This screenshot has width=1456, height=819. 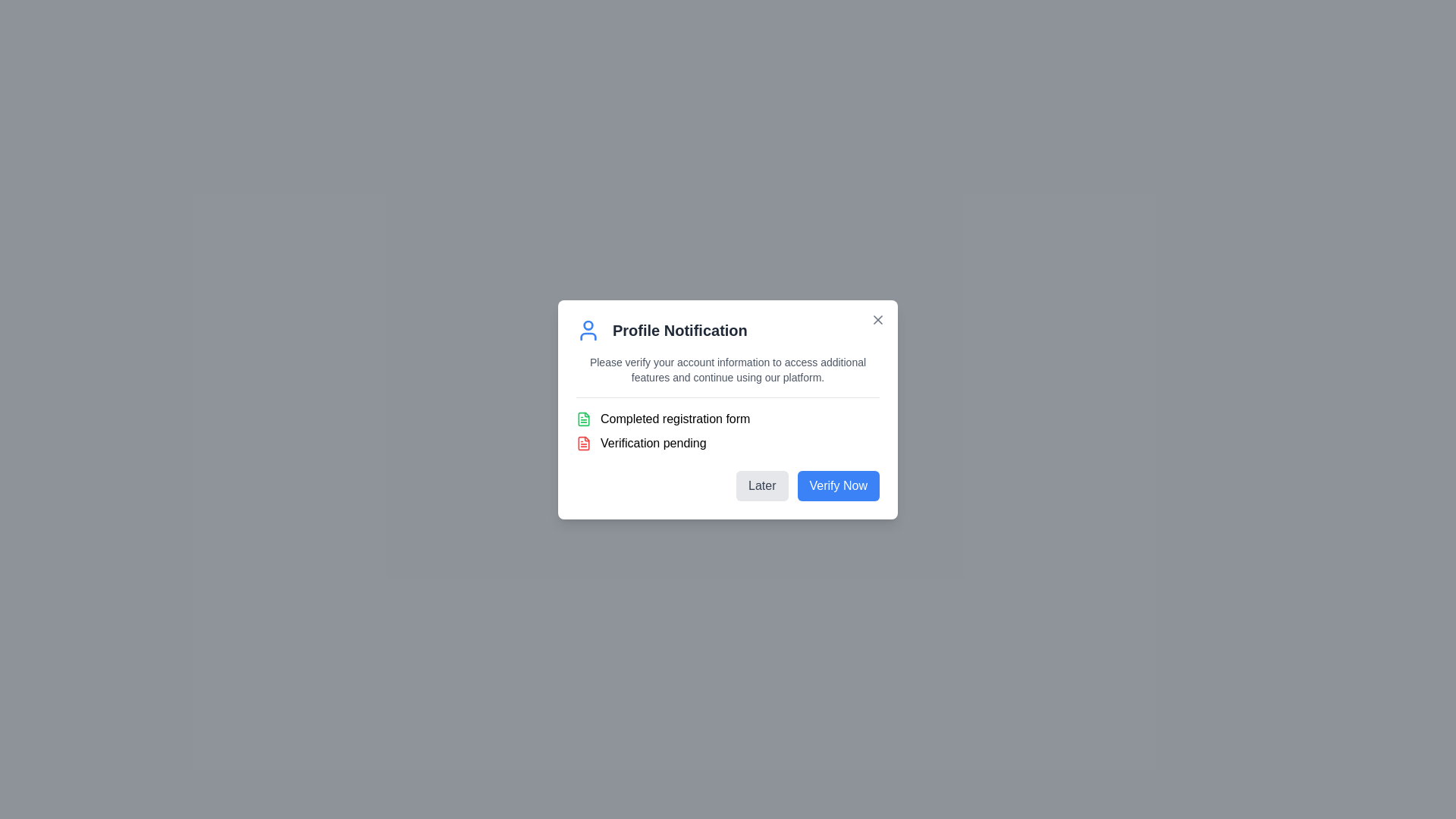 What do you see at coordinates (588, 324) in the screenshot?
I see `the user profile icon representing the head of a person in the top left corner of the 'Profile Notification' dialog box` at bounding box center [588, 324].